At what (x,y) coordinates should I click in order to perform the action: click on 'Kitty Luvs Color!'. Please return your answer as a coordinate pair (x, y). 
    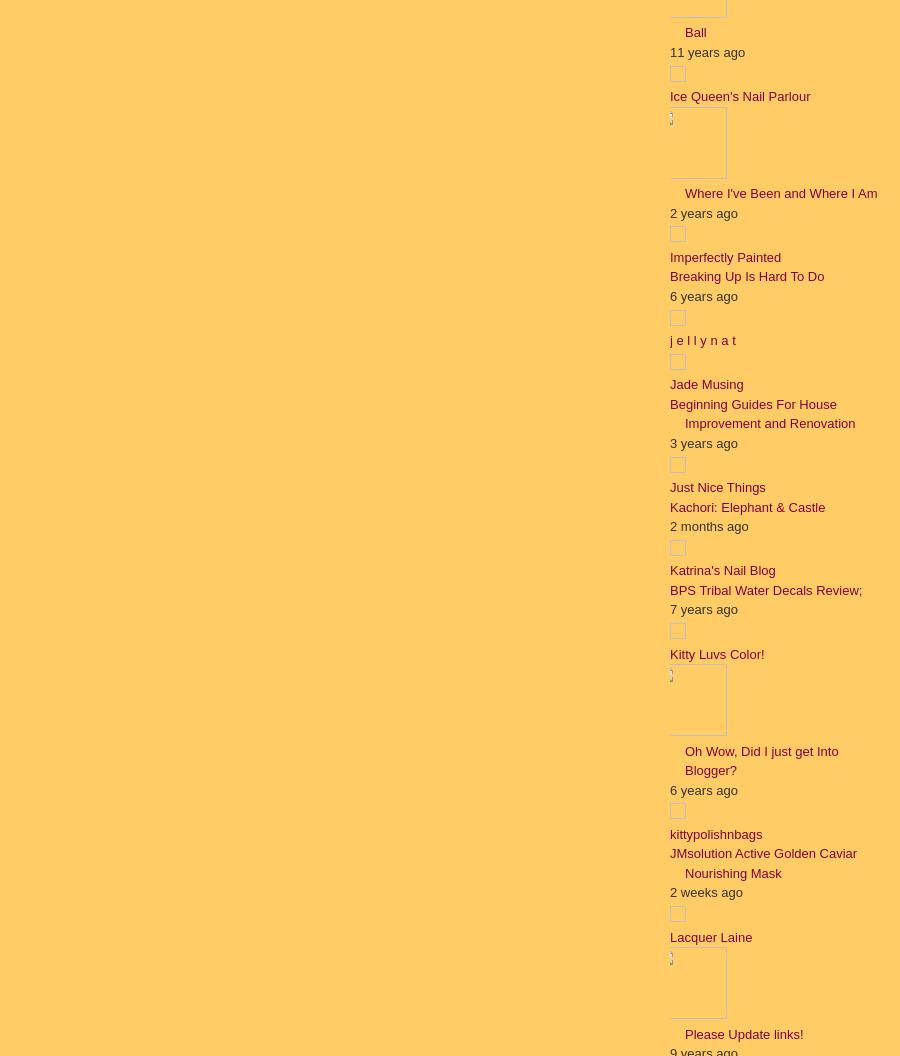
    Looking at the image, I should click on (716, 652).